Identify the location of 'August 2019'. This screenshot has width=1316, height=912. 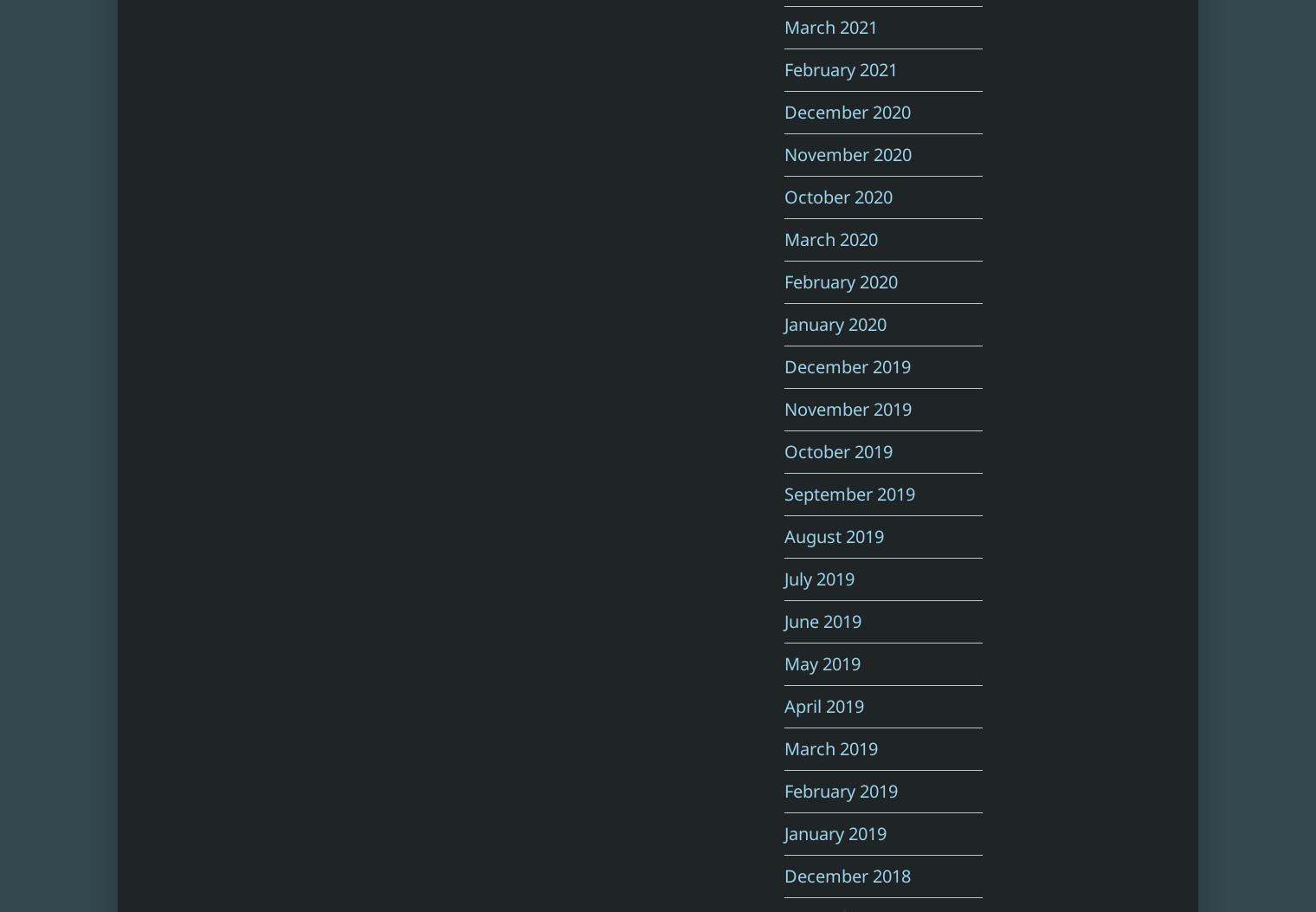
(784, 536).